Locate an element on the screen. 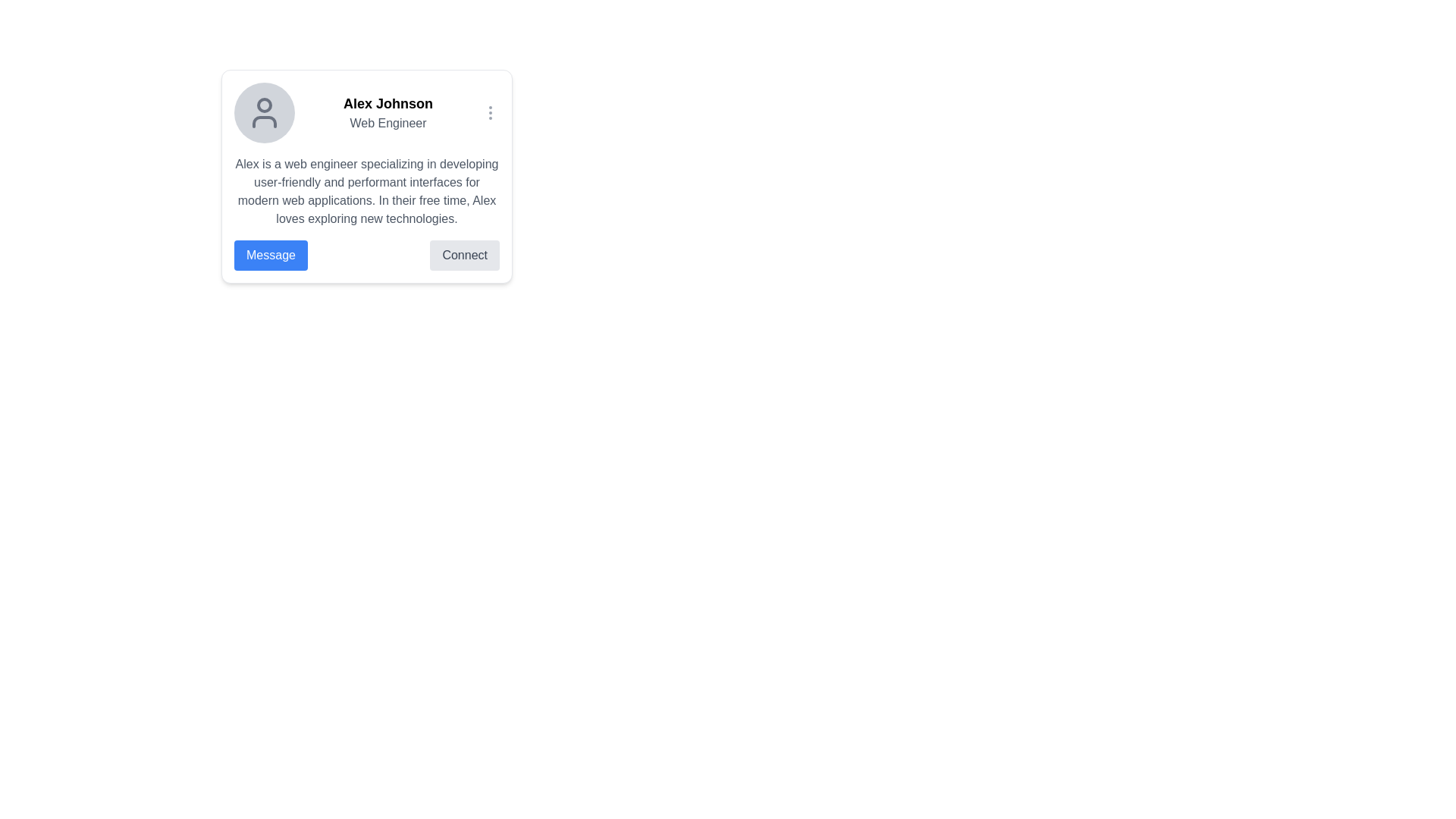  the user's head representation within the avatar icon is located at coordinates (265, 104).